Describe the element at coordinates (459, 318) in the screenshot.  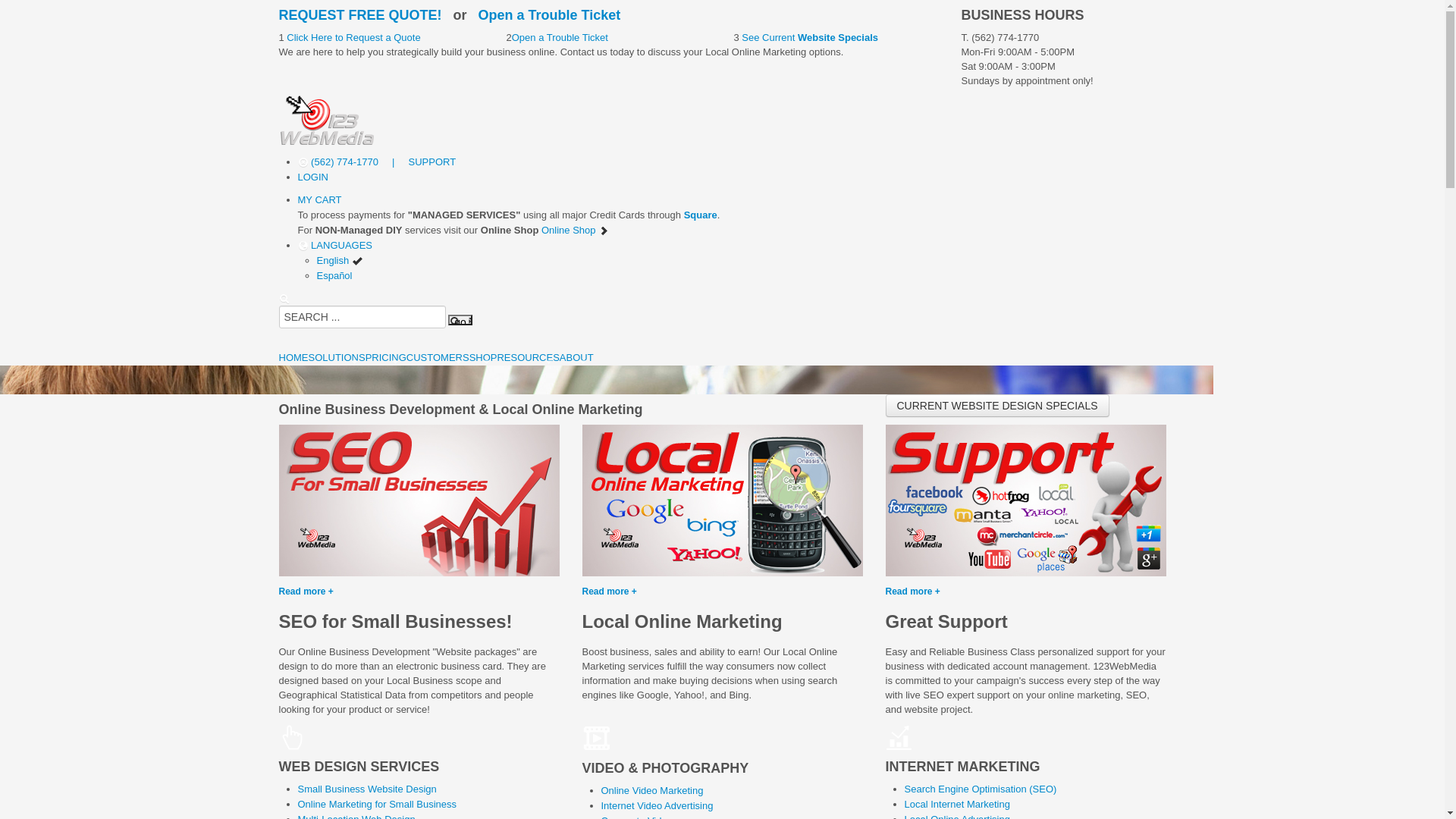
I see `'go'` at that location.